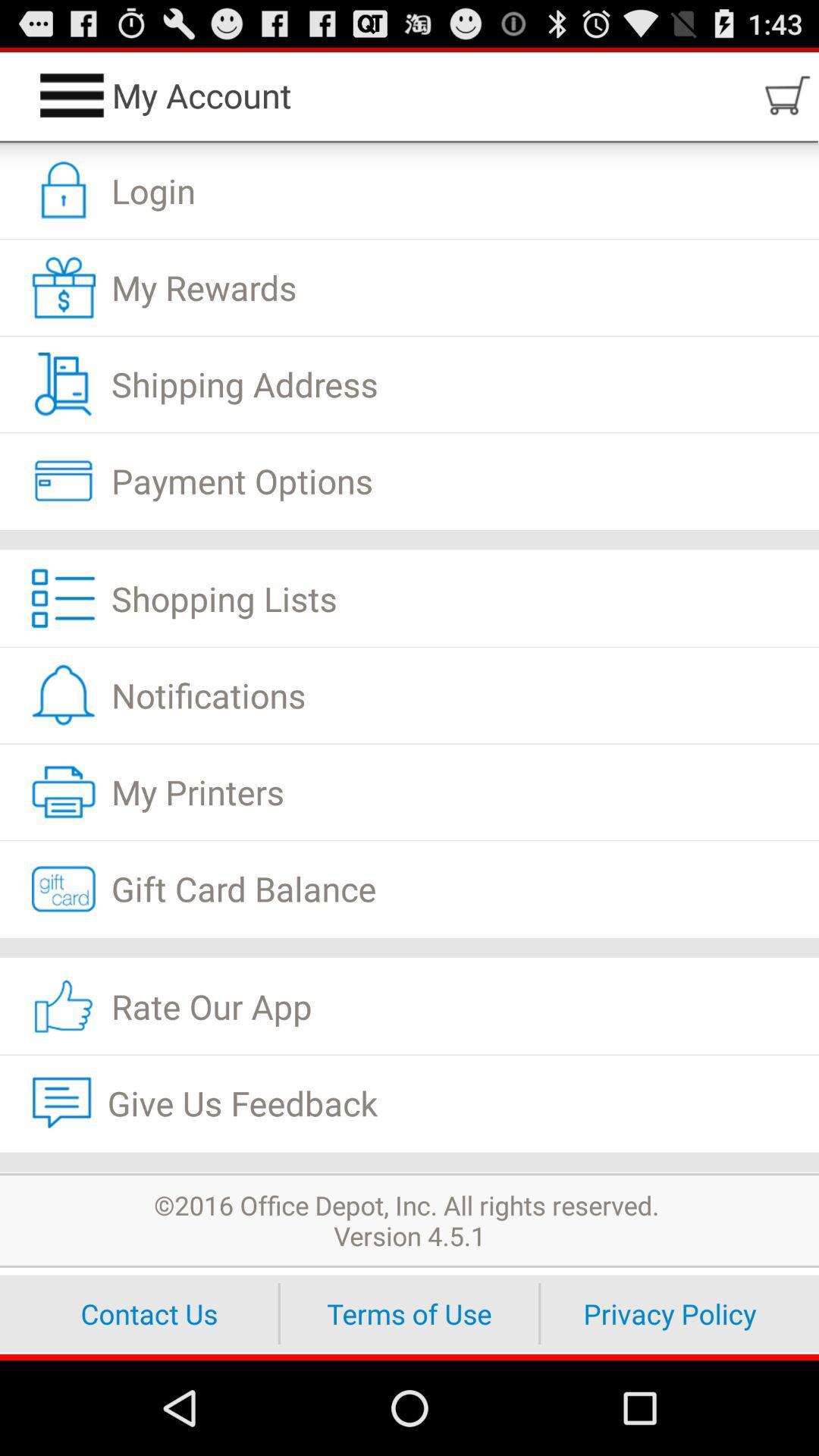 The width and height of the screenshot is (819, 1456). I want to click on give us feedback item, so click(409, 1103).